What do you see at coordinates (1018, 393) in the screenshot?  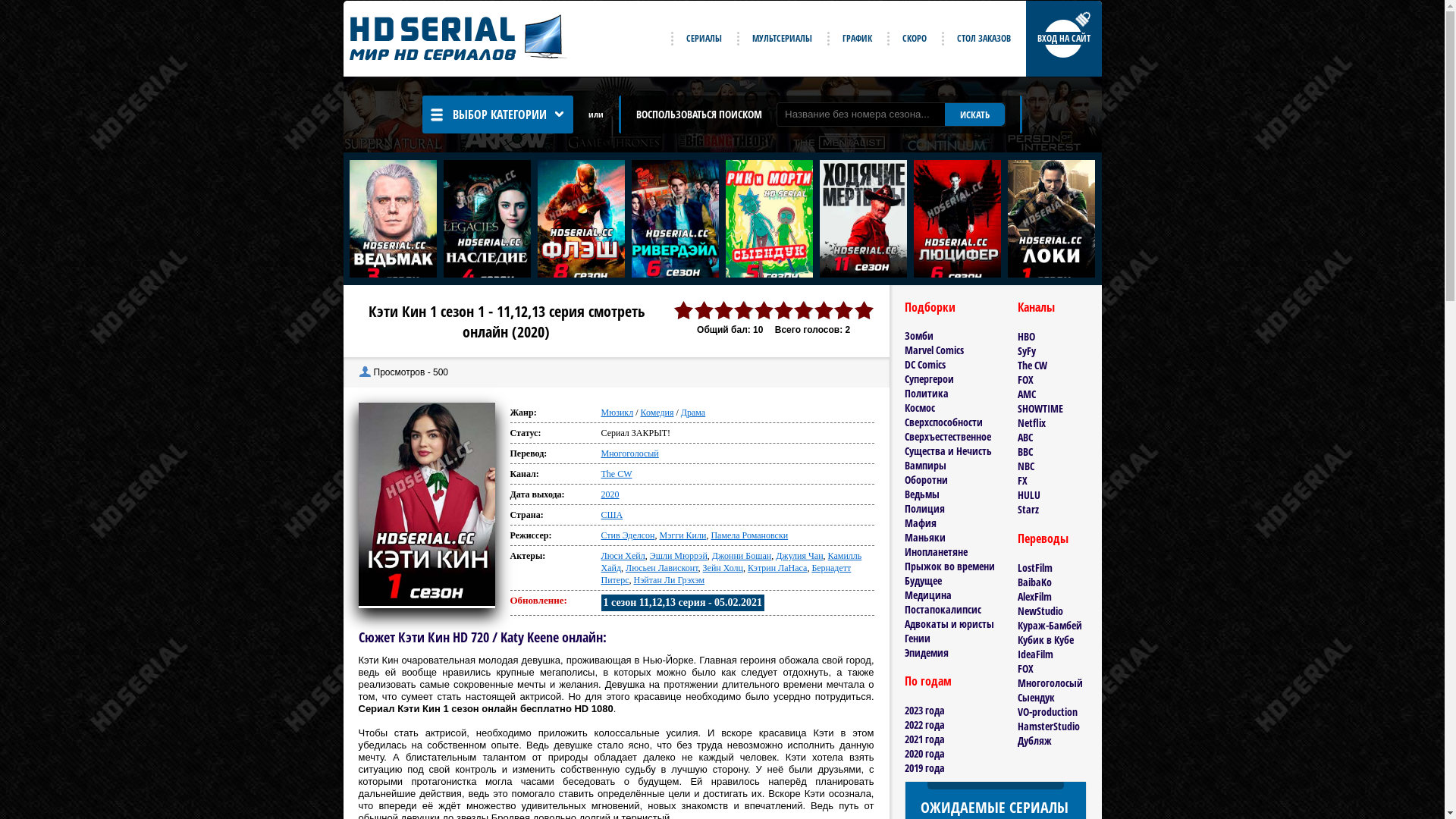 I see `'AMC'` at bounding box center [1018, 393].